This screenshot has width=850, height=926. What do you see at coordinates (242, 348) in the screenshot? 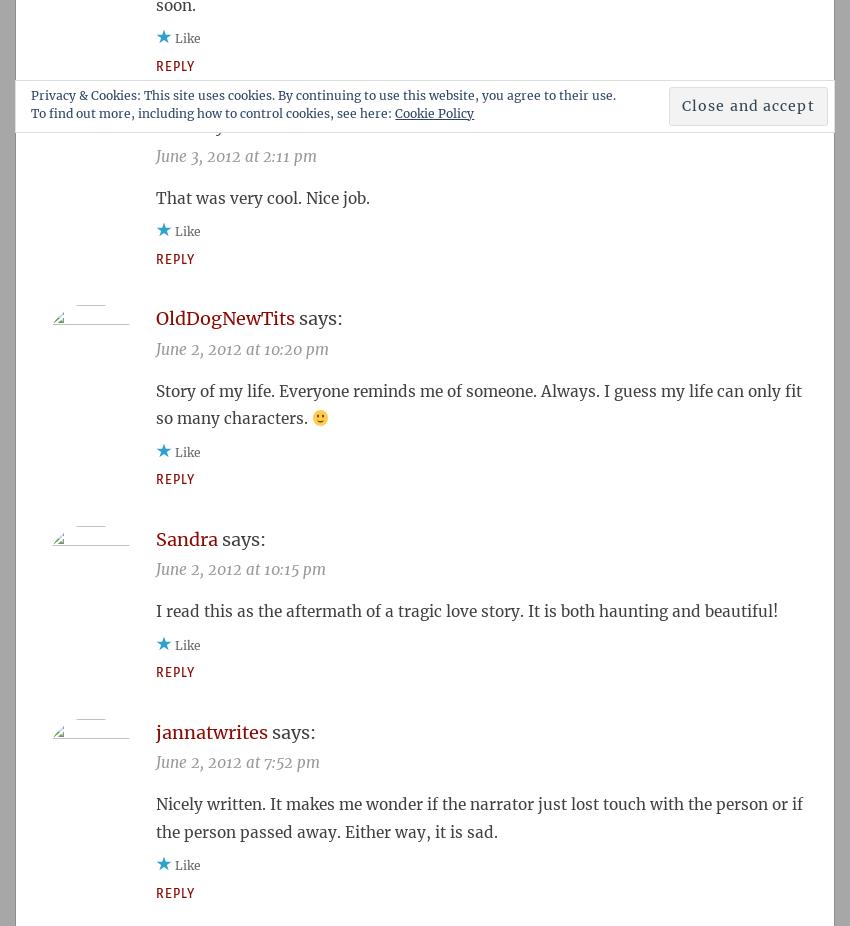
I see `'June 2, 2012 at 10:20 pm'` at bounding box center [242, 348].